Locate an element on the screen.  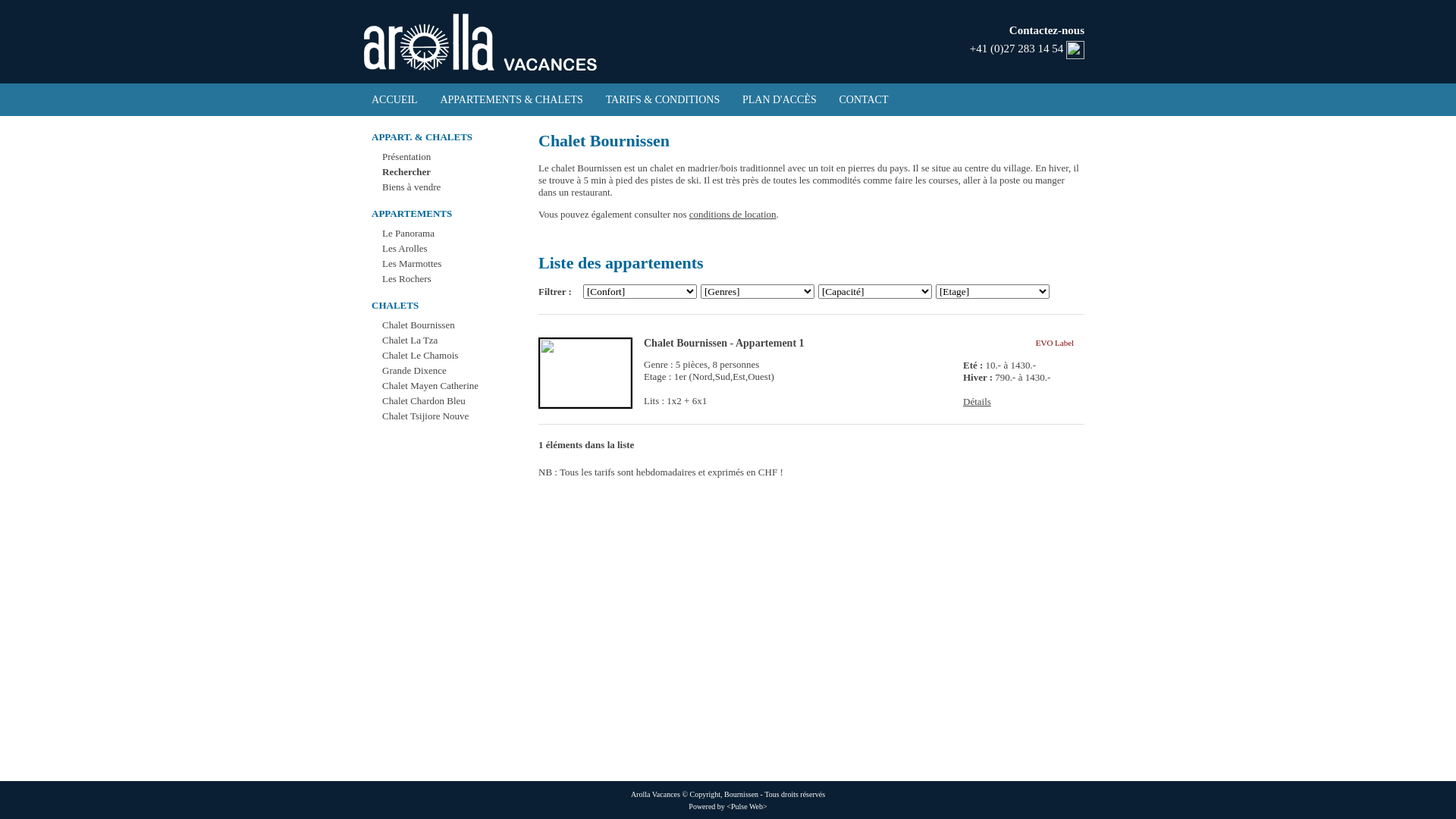
'Chalet Chardon Bleu' is located at coordinates (423, 400).